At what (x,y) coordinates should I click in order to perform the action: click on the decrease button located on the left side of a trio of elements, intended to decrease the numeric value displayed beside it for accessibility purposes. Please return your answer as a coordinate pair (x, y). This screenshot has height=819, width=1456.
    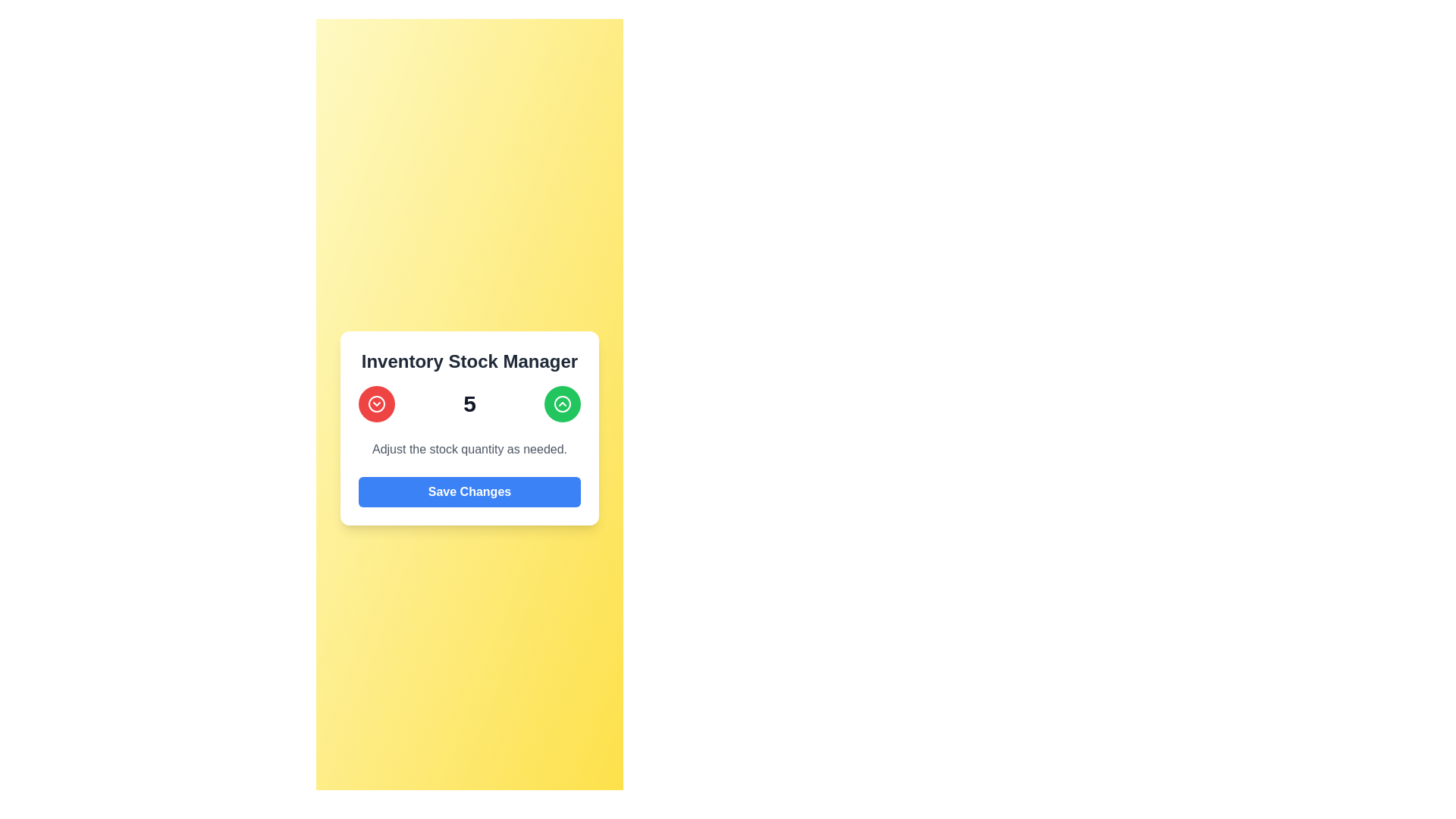
    Looking at the image, I should click on (377, 403).